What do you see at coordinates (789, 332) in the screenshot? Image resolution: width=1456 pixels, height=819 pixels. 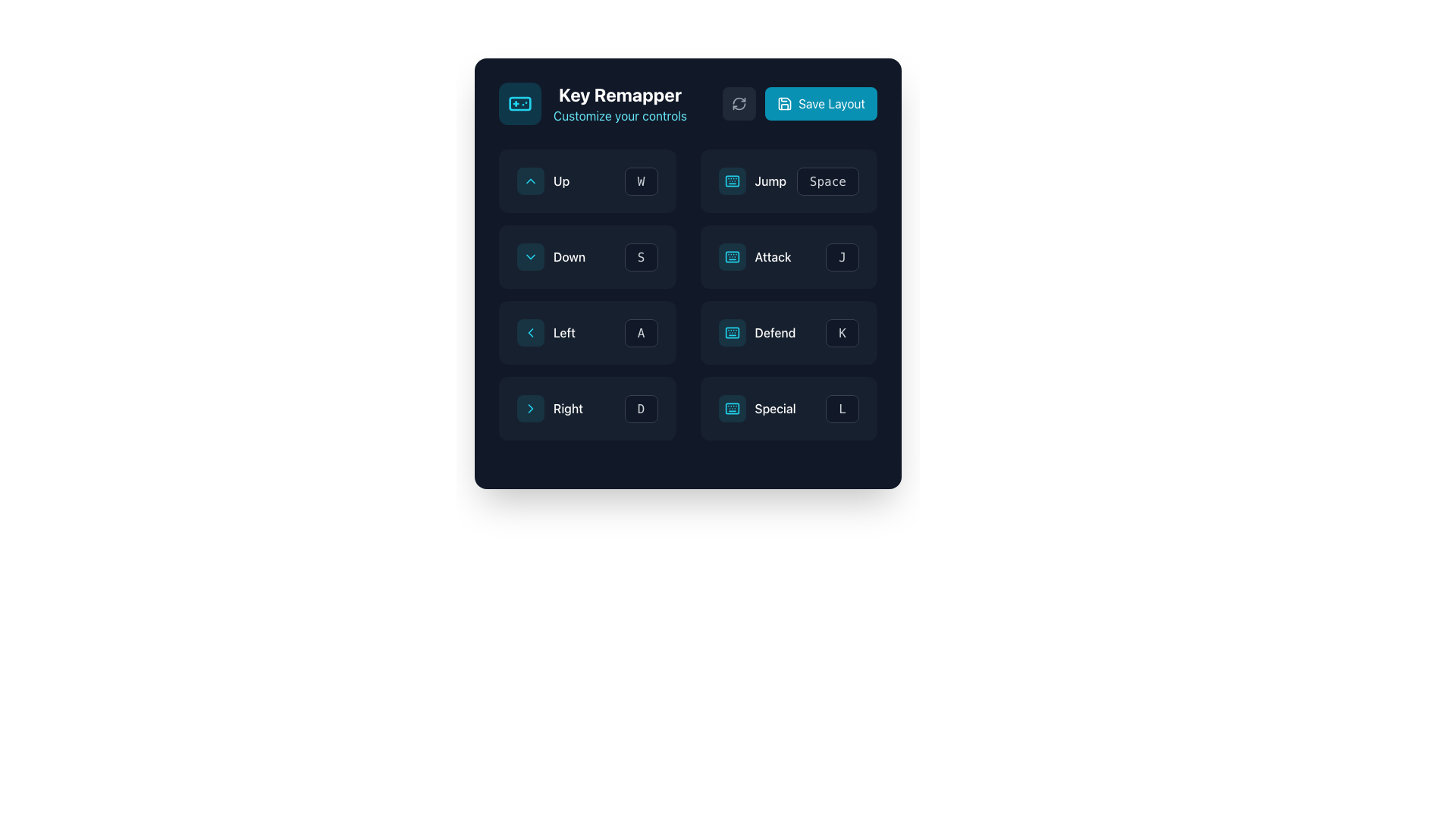 I see `the 'Defend' button` at bounding box center [789, 332].